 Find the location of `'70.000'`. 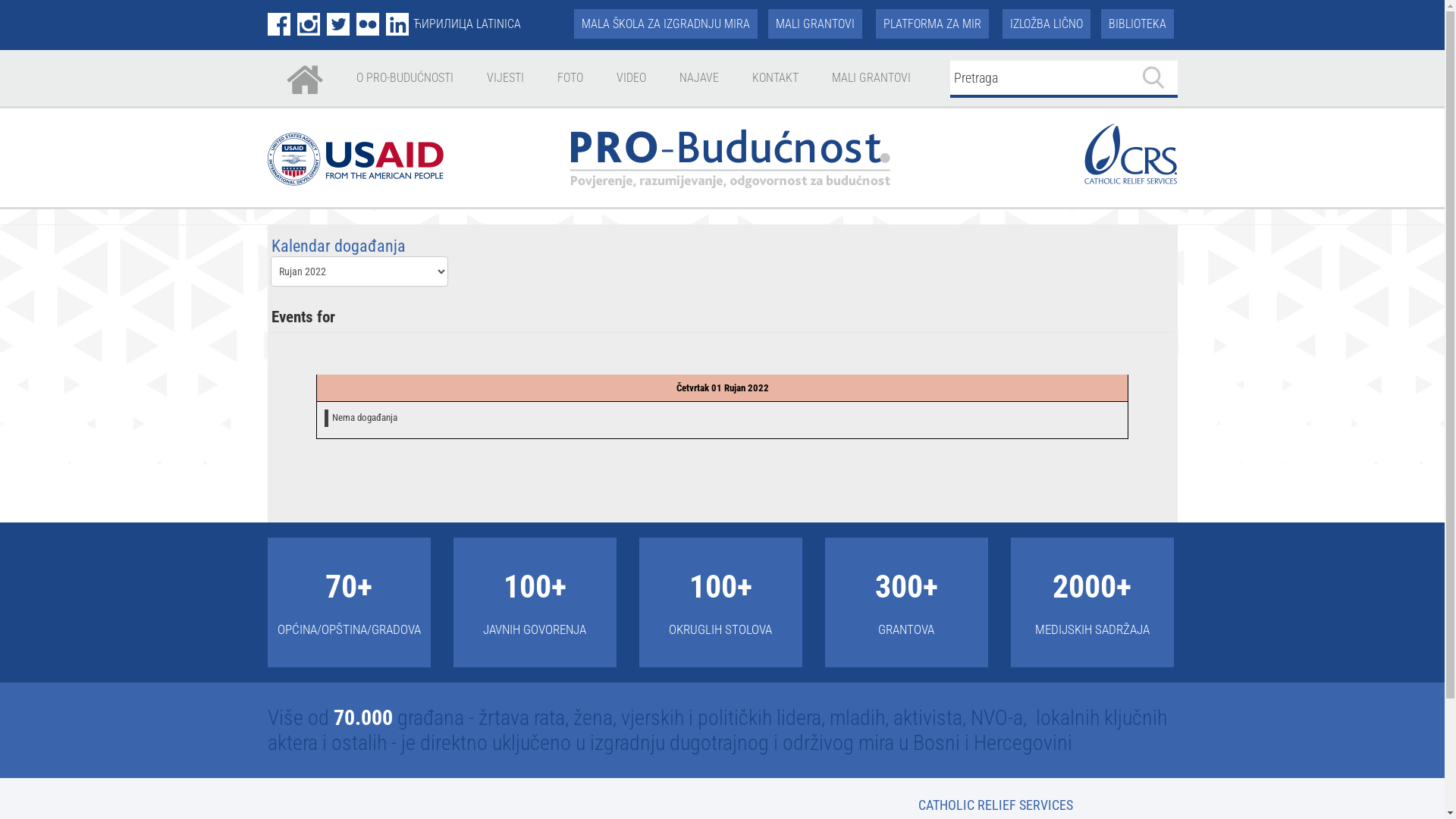

'70.000' is located at coordinates (362, 717).